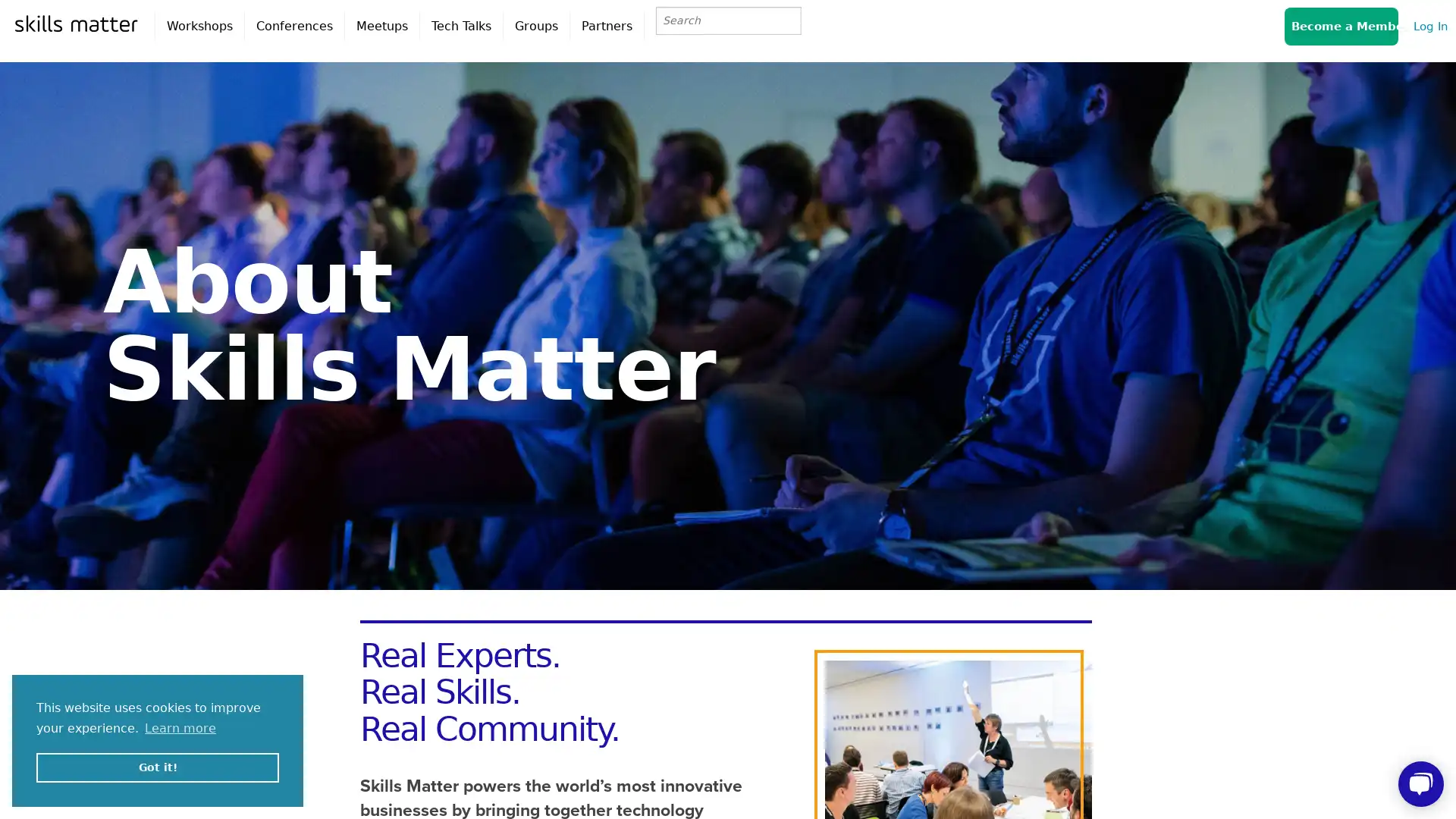 The height and width of the screenshot is (819, 1456). I want to click on dismiss cookie message, so click(157, 767).